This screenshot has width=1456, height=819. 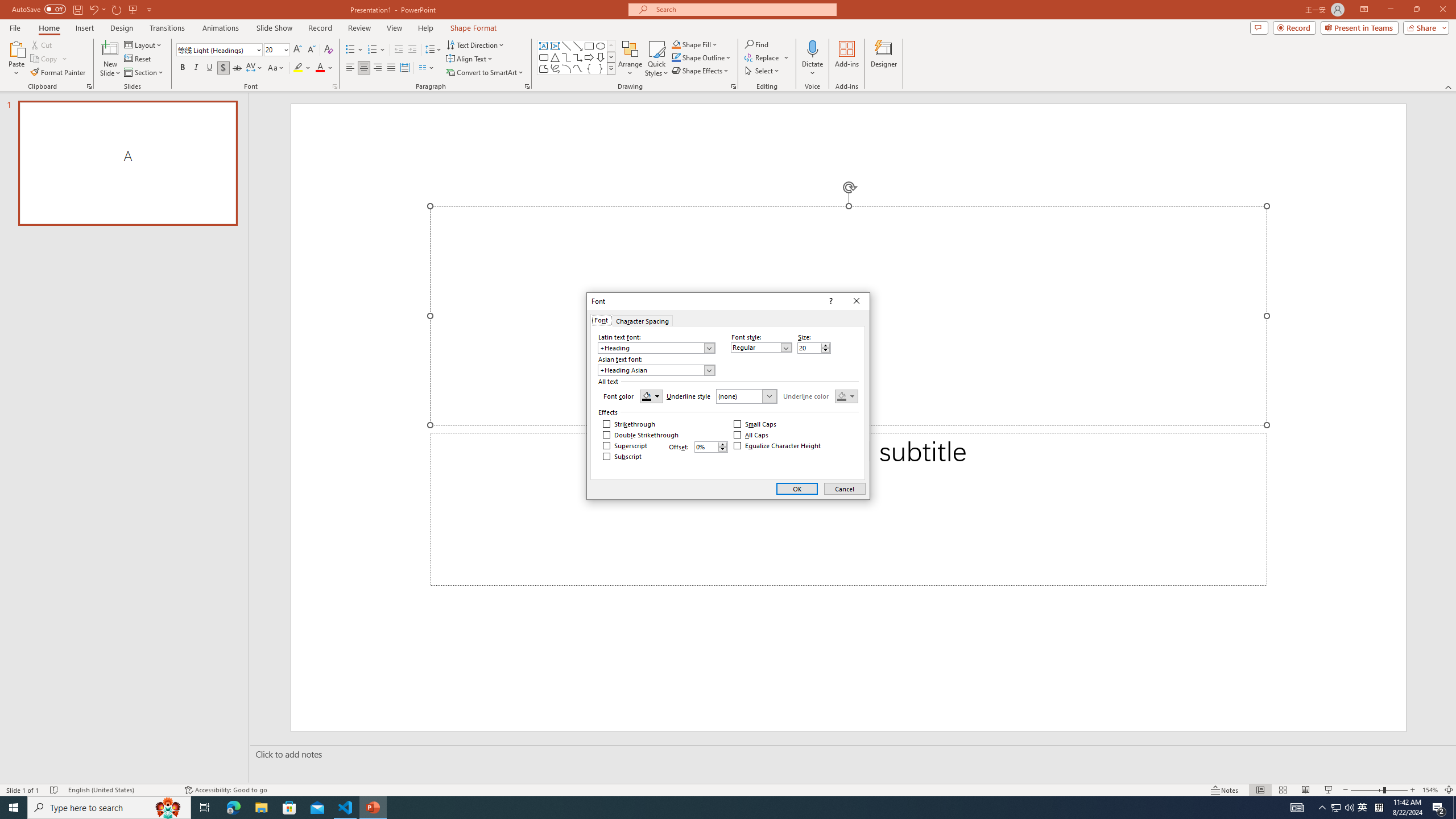 What do you see at coordinates (751, 435) in the screenshot?
I see `'All Caps'` at bounding box center [751, 435].